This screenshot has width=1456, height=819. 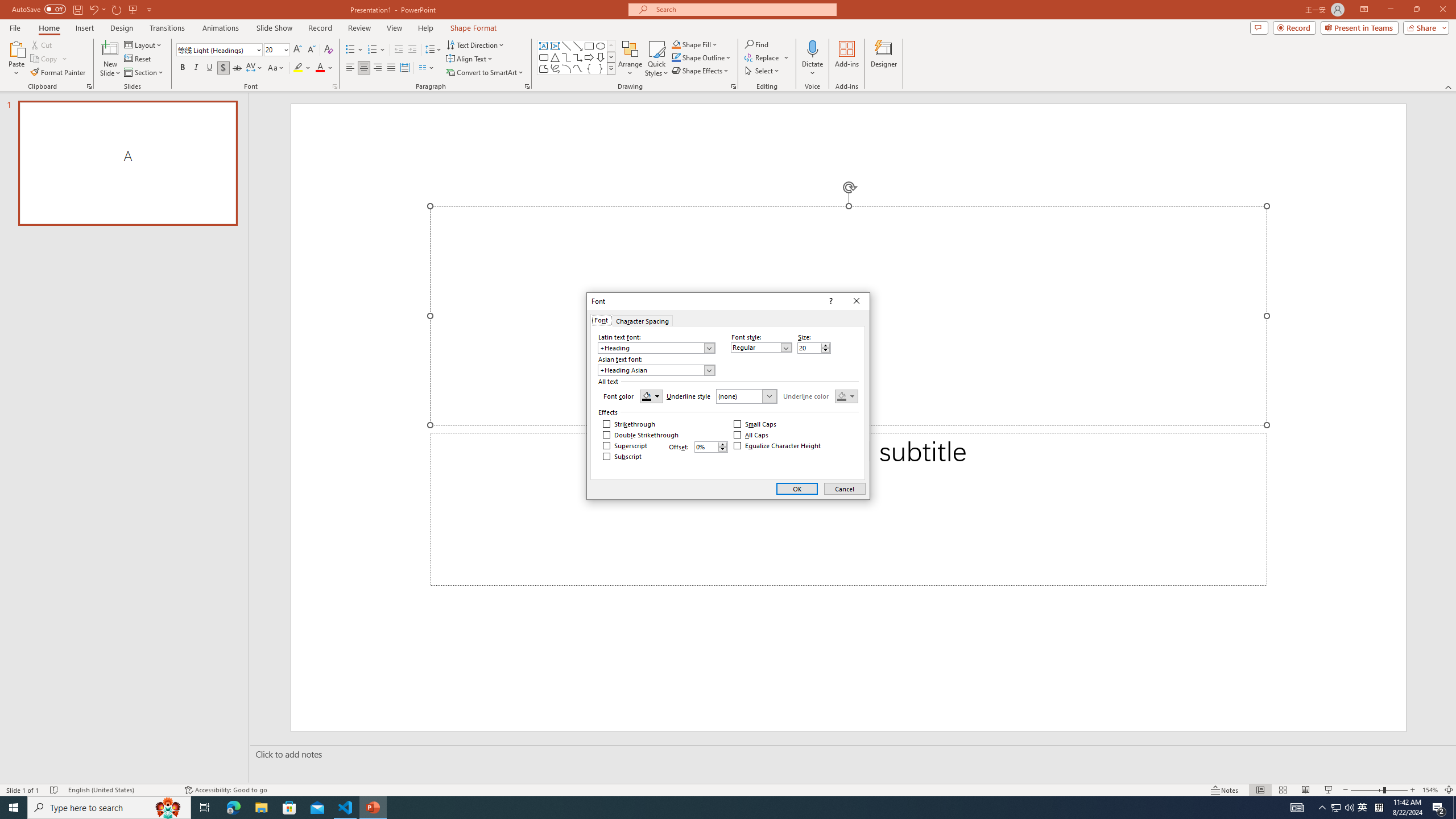 What do you see at coordinates (751, 435) in the screenshot?
I see `'All Caps'` at bounding box center [751, 435].